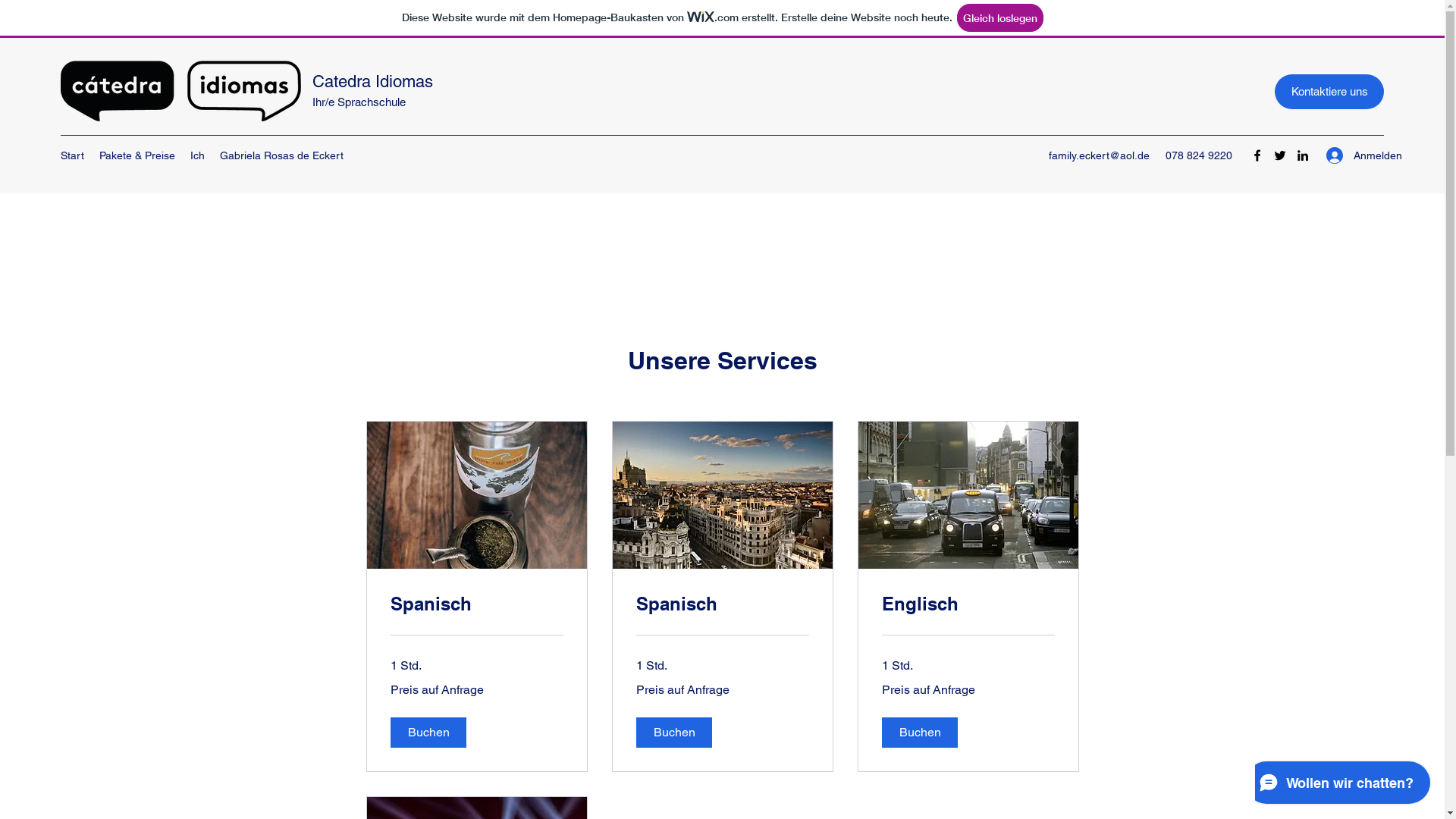 This screenshot has height=819, width=1456. Describe the element at coordinates (281, 155) in the screenshot. I see `'Gabriela Rosas de Eckert'` at that location.